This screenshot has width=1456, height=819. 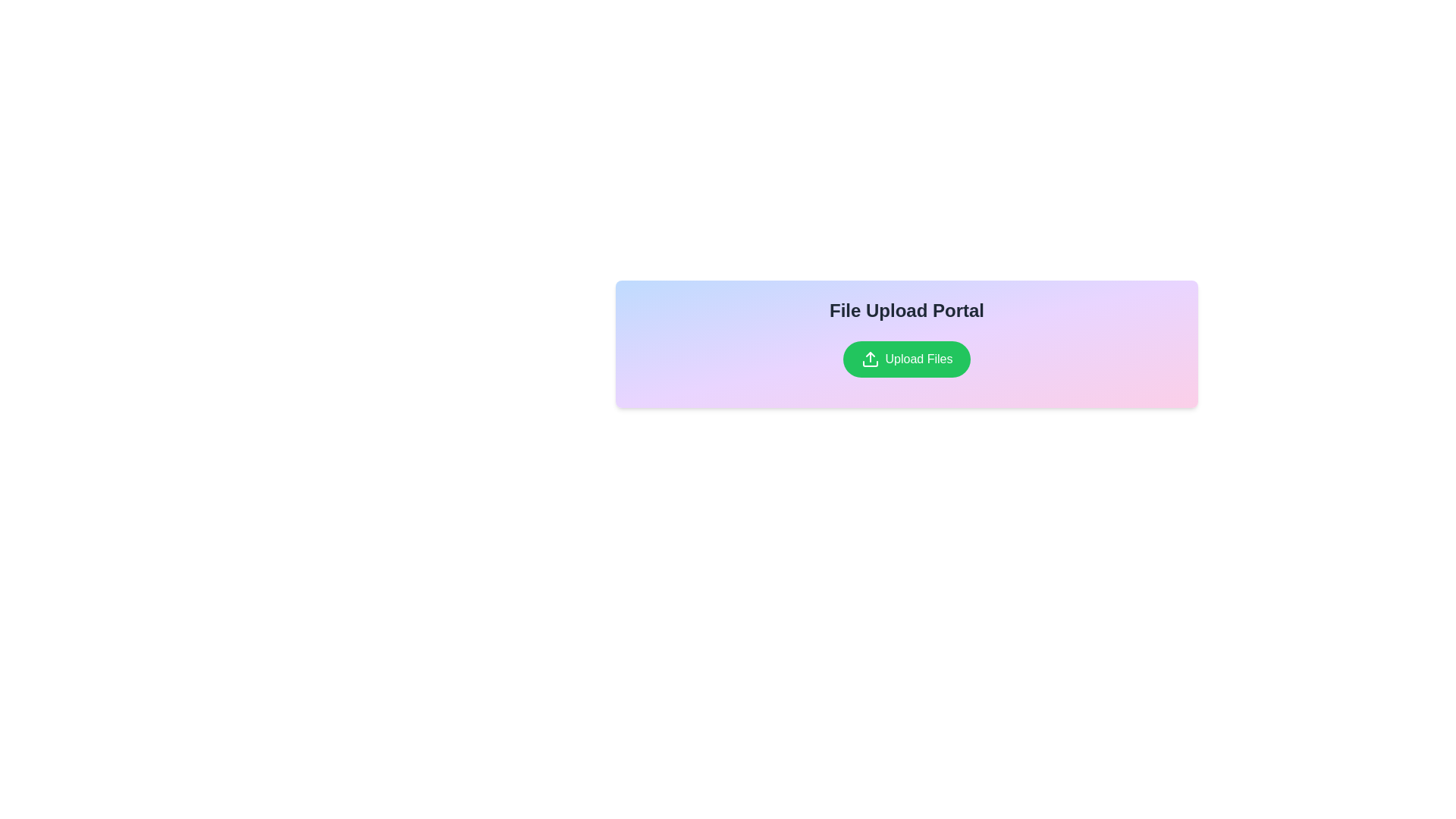 What do you see at coordinates (870, 363) in the screenshot?
I see `the base of the upload icon, which serves a decorative or structural purpose in the upload action` at bounding box center [870, 363].